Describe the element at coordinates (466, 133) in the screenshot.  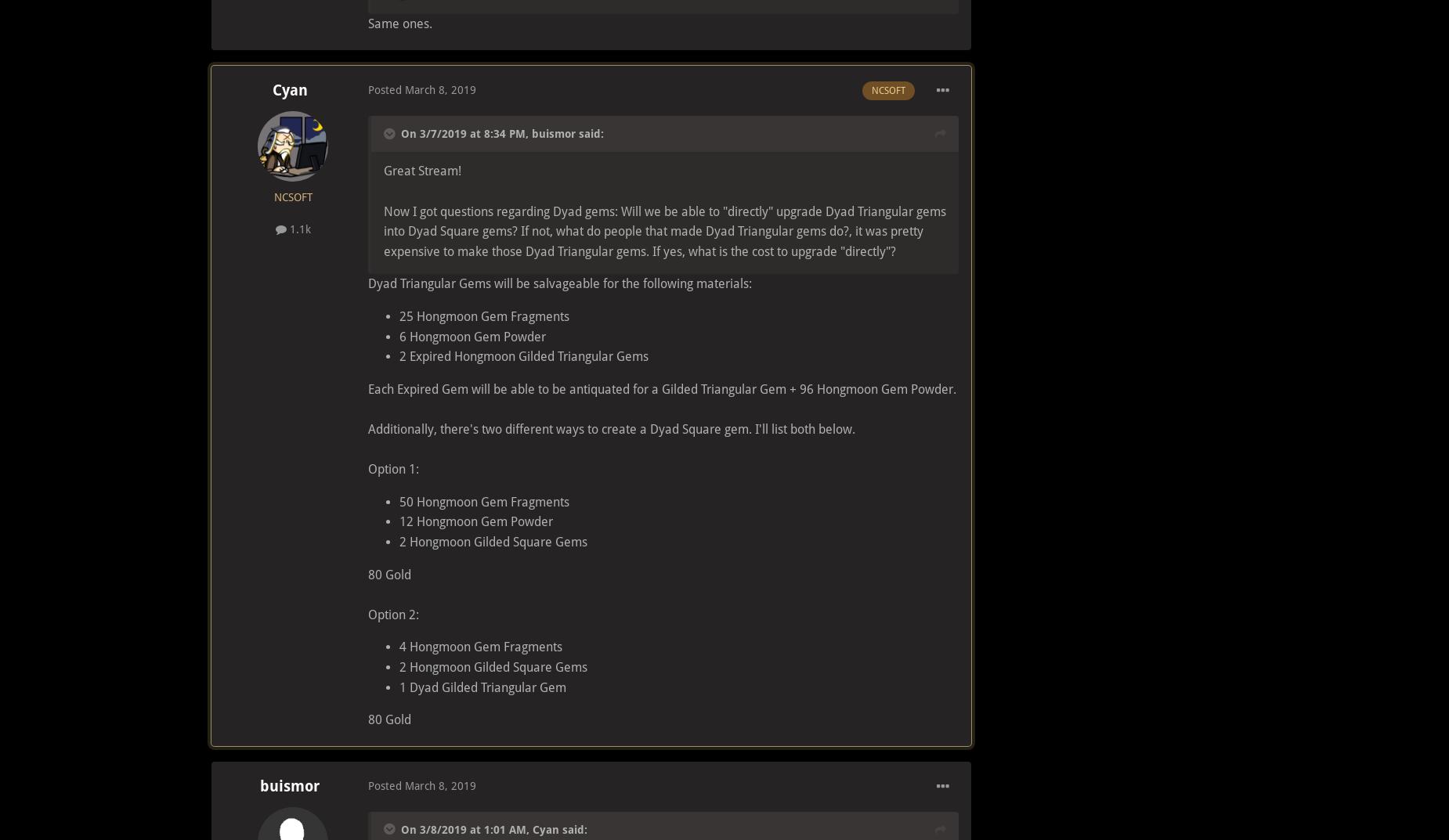
I see `'On 3/7/2019 at 8:34 PM,'` at that location.